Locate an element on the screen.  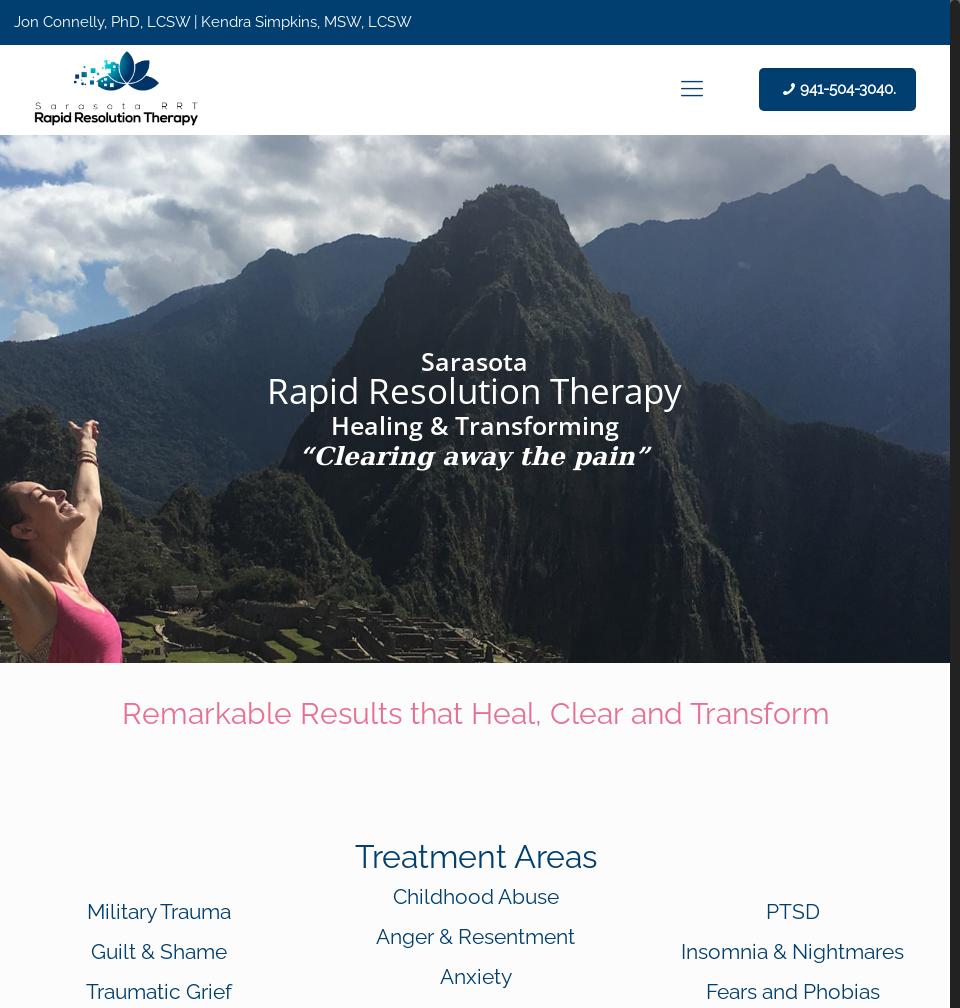
'Childhood Abuse' is located at coordinates (475, 896).